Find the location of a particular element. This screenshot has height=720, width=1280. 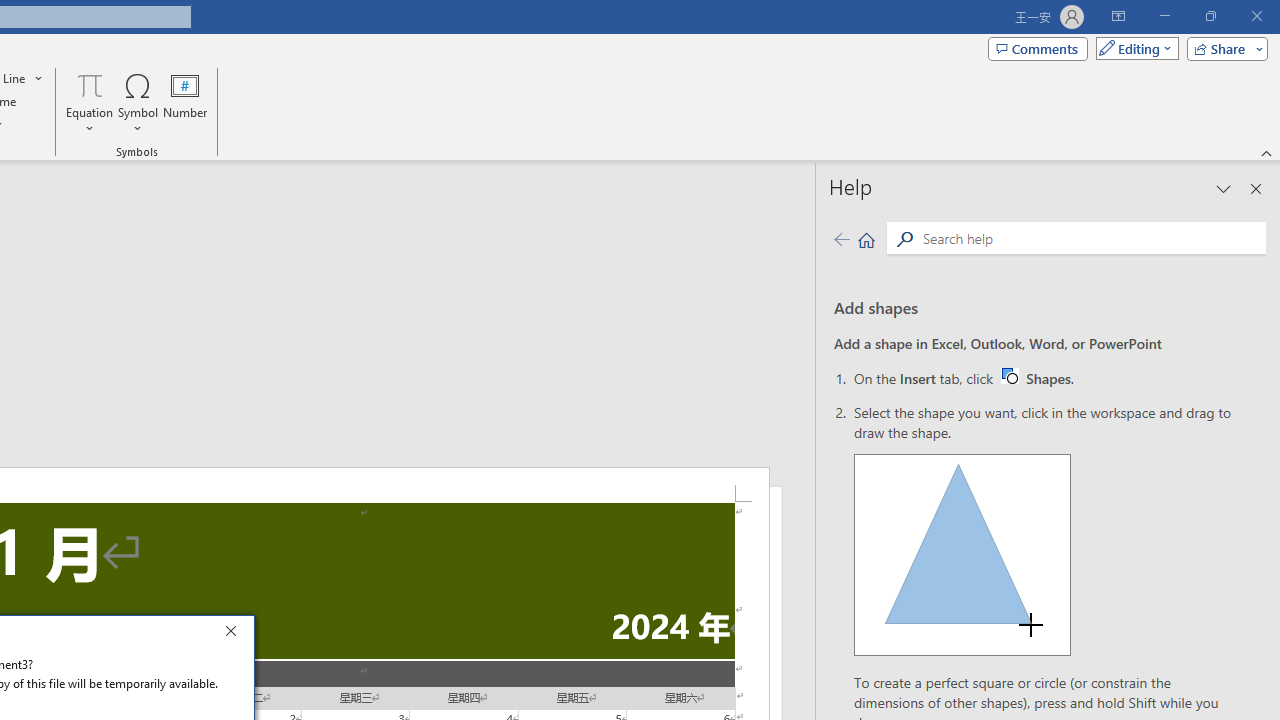

'Word W32 Shapes button icon' is located at coordinates (1009, 375).